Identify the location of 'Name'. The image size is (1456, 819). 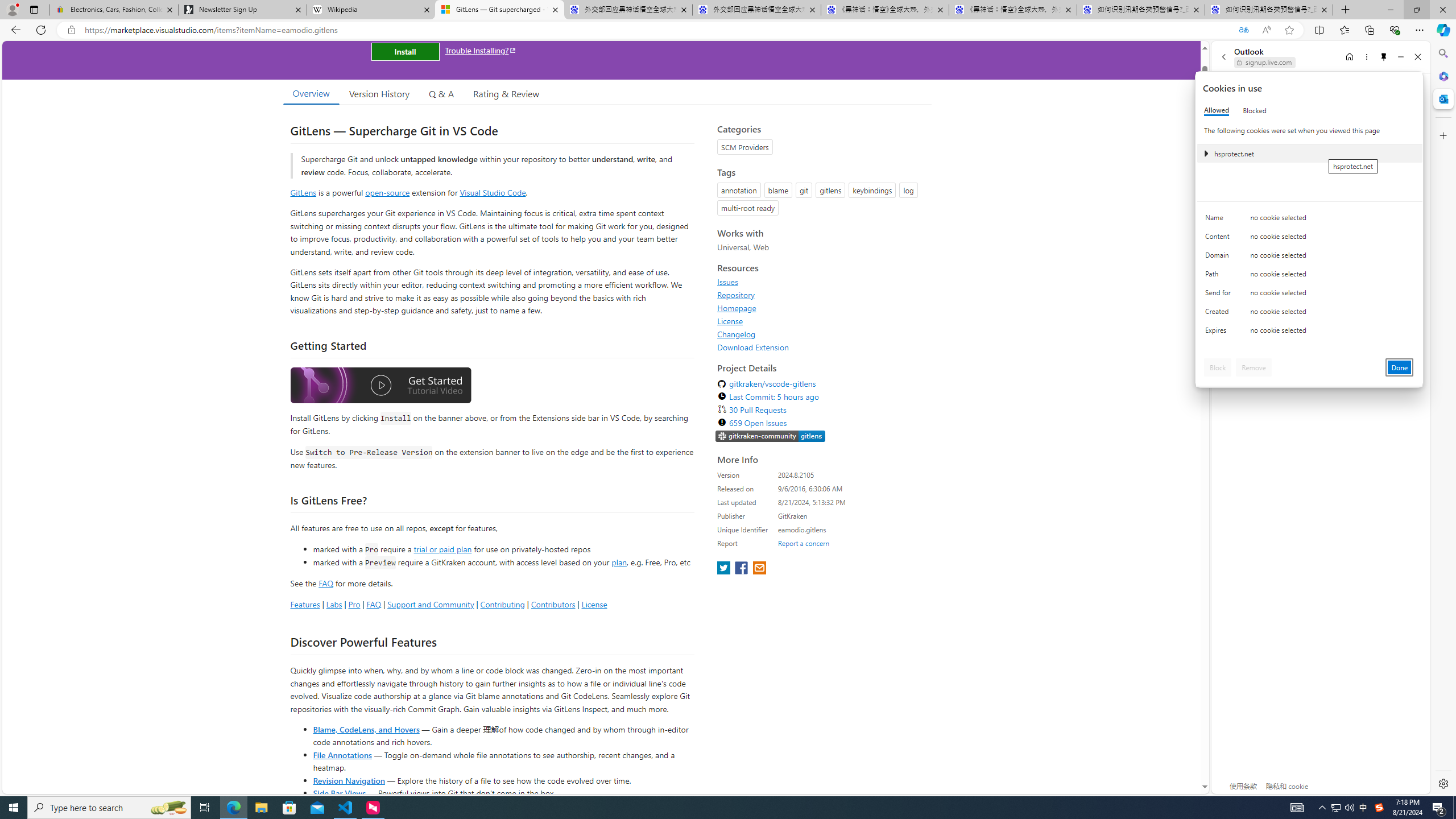
(1219, 220).